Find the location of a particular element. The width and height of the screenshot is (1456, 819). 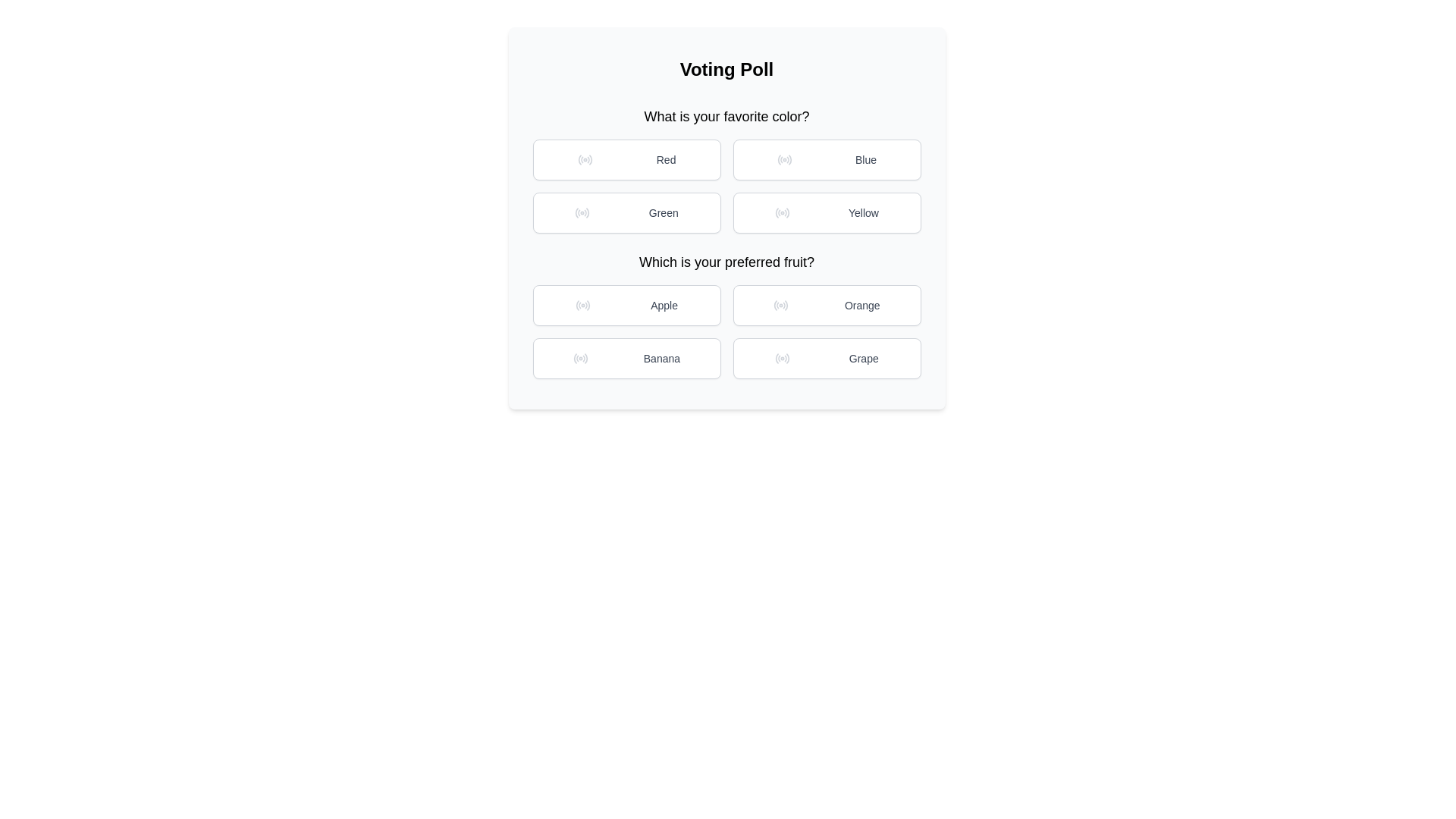

the selectable button for the 'Yellow' option in the voting choice interface under the title 'What is your favorite color?' is located at coordinates (826, 213).